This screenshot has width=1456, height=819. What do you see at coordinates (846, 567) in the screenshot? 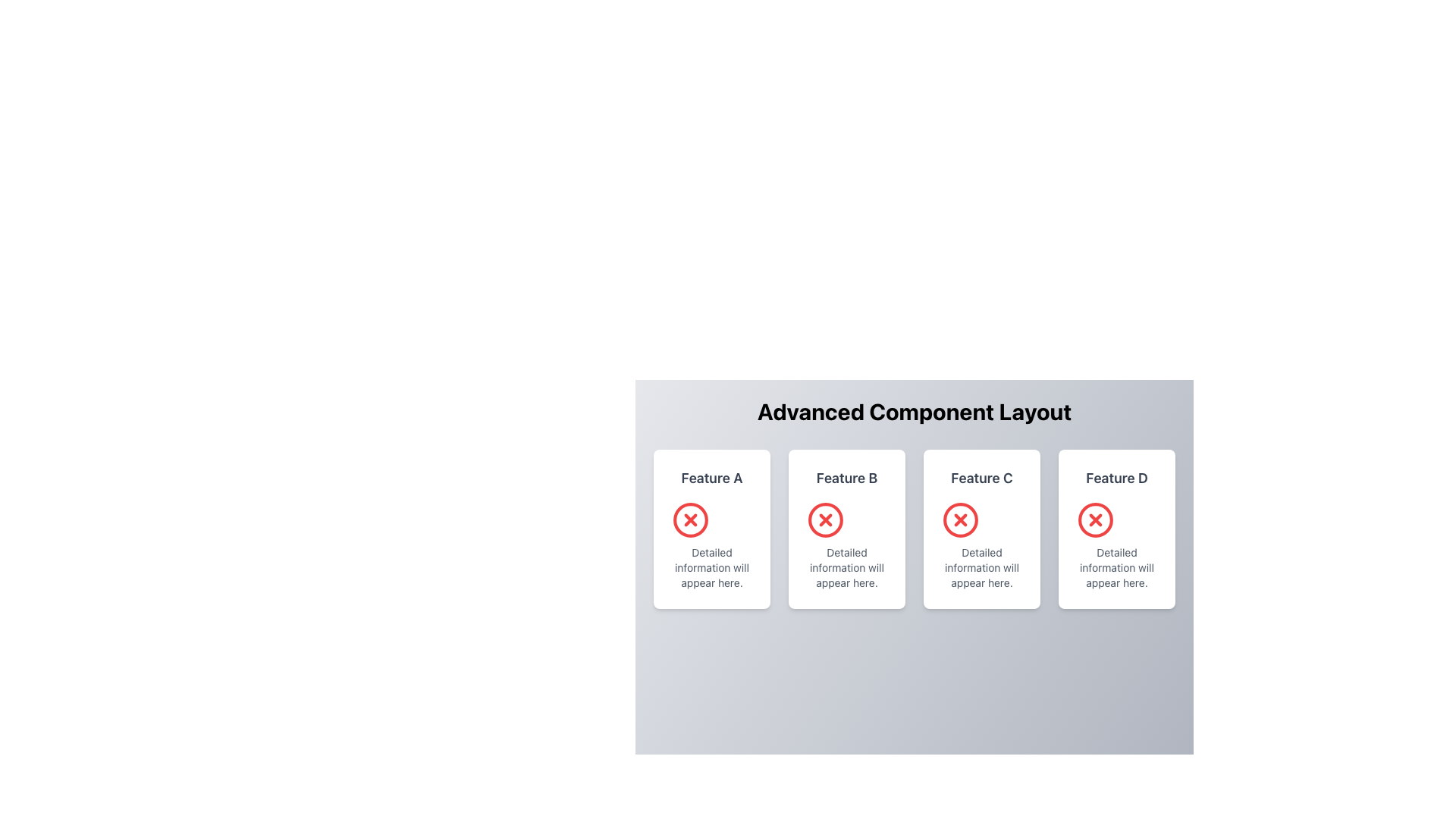
I see `text located at the bottom of the second card (Feature B) in a horizontally aligned grid, below the text 'Feature B' and a circular icon` at bounding box center [846, 567].